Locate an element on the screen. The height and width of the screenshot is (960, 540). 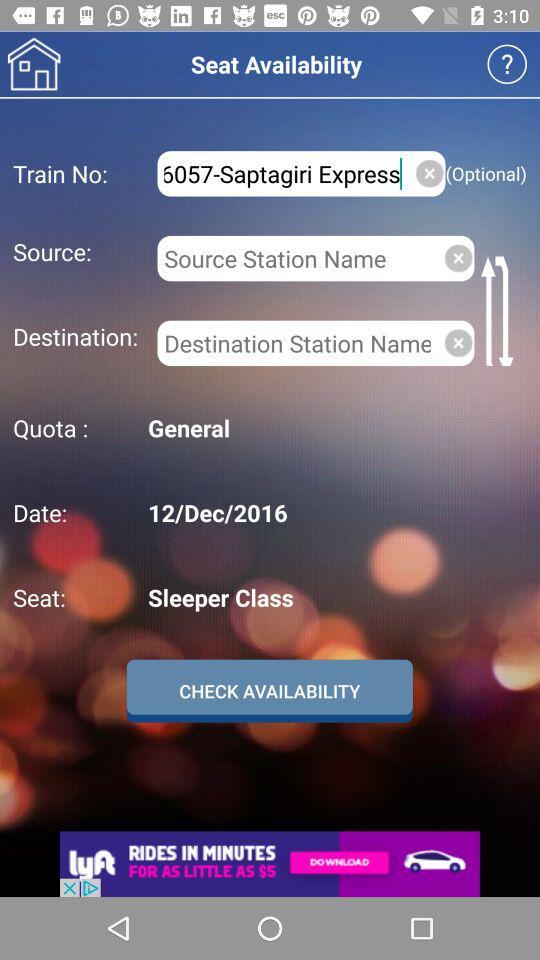
home image indian railway is located at coordinates (33, 64).